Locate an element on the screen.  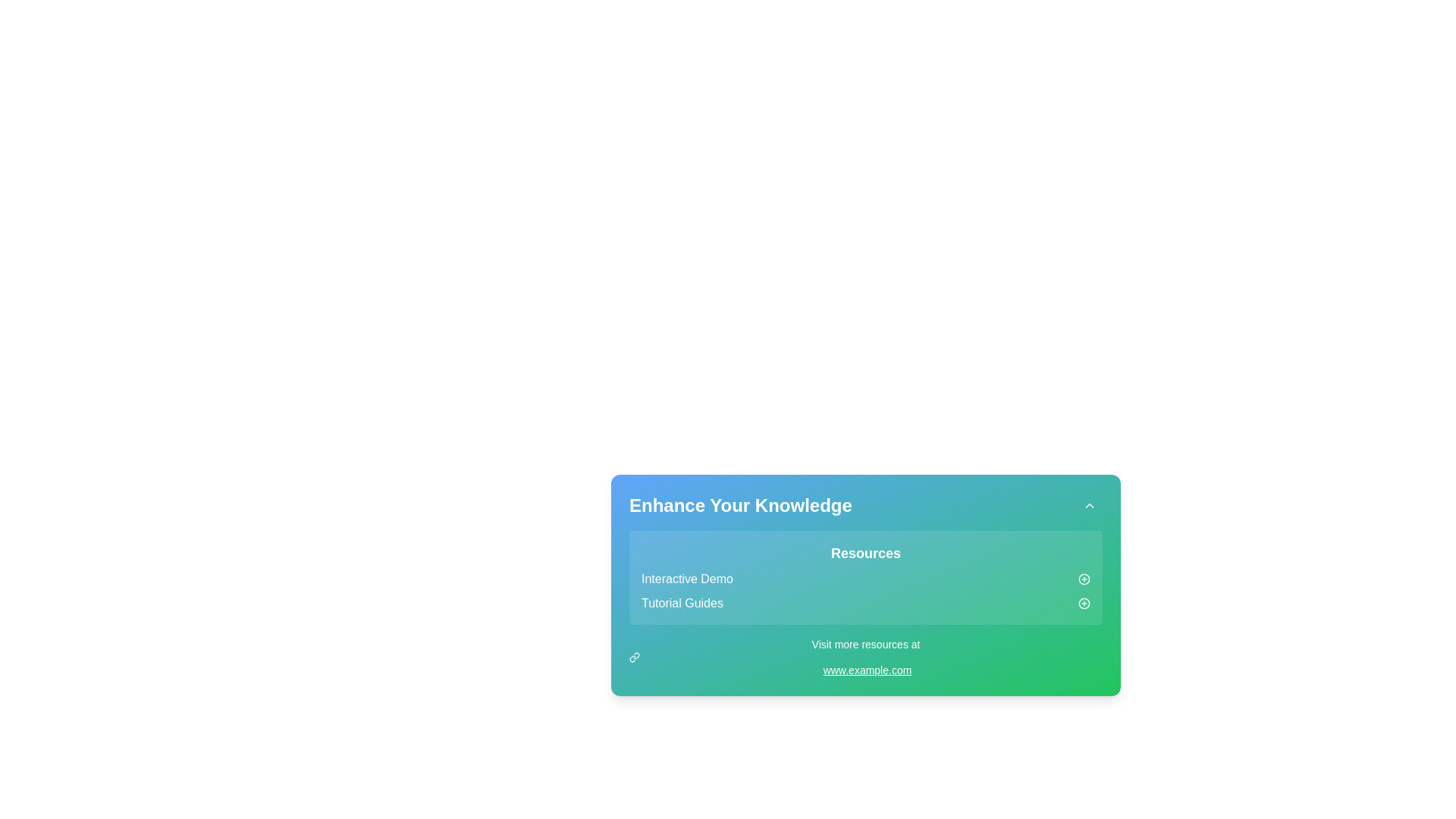
the hyperlink located at the bottom of the 'Enhance Your Knowledge' card, following the phrase 'Visit more resources at' is located at coordinates (867, 669).